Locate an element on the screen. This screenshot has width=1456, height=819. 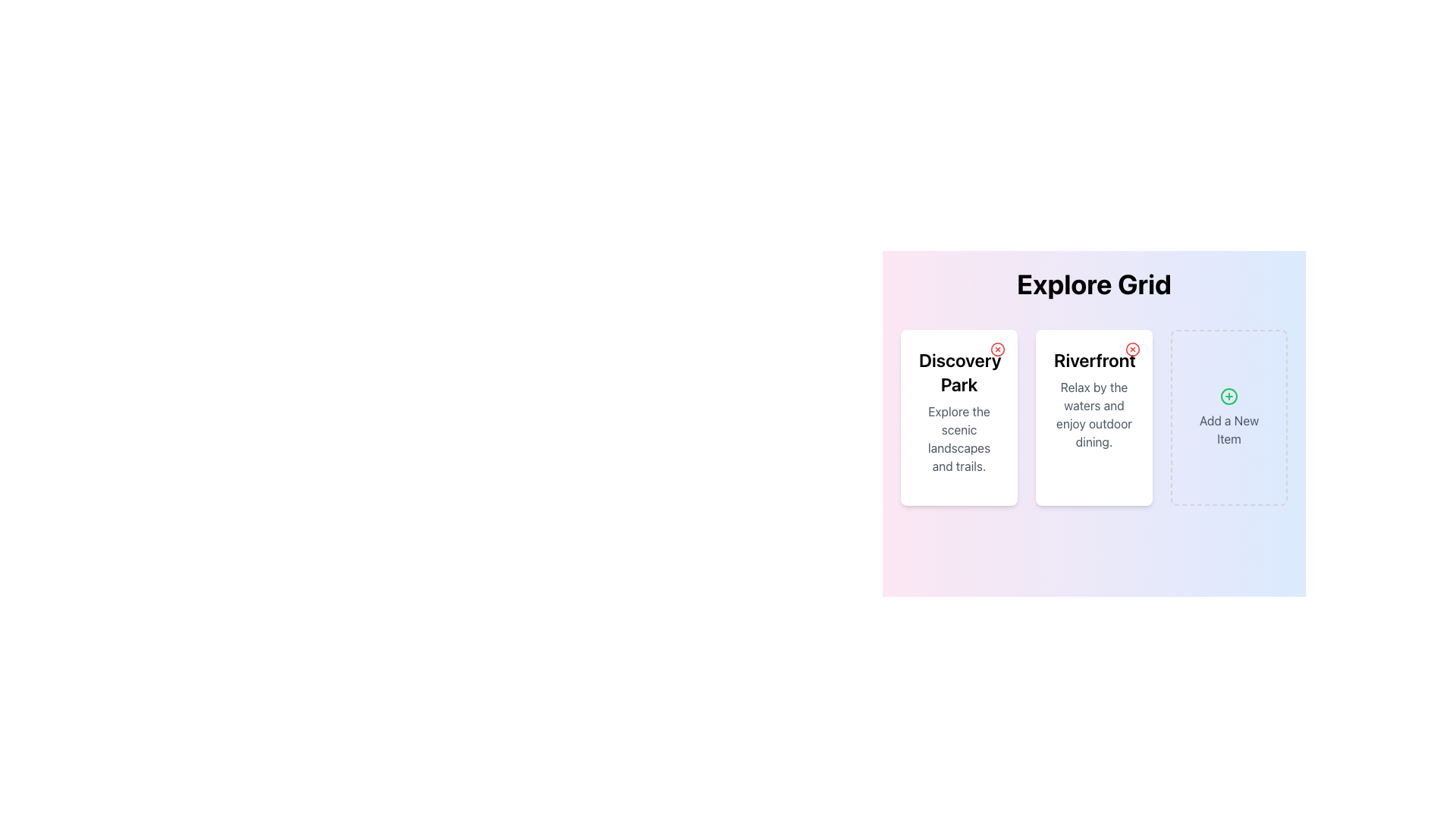
the close button located in the top-right corner of the 'Riverfront' card is located at coordinates (1132, 350).